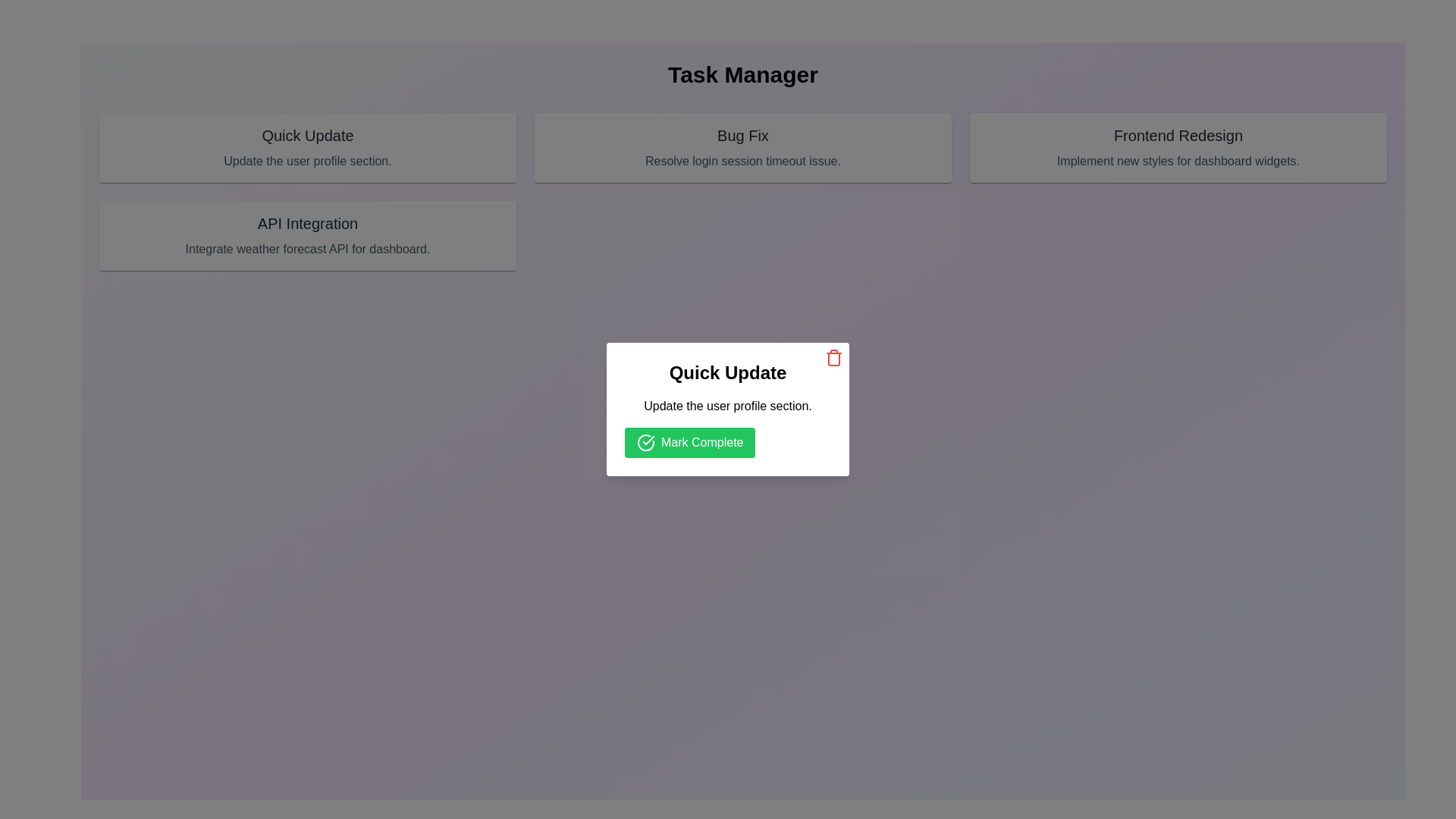 The height and width of the screenshot is (819, 1456). Describe the element at coordinates (648, 441) in the screenshot. I see `the decorative or informational icon indicating successful completion, located directly above the green 'Mark Complete' button in the centered modal` at that location.